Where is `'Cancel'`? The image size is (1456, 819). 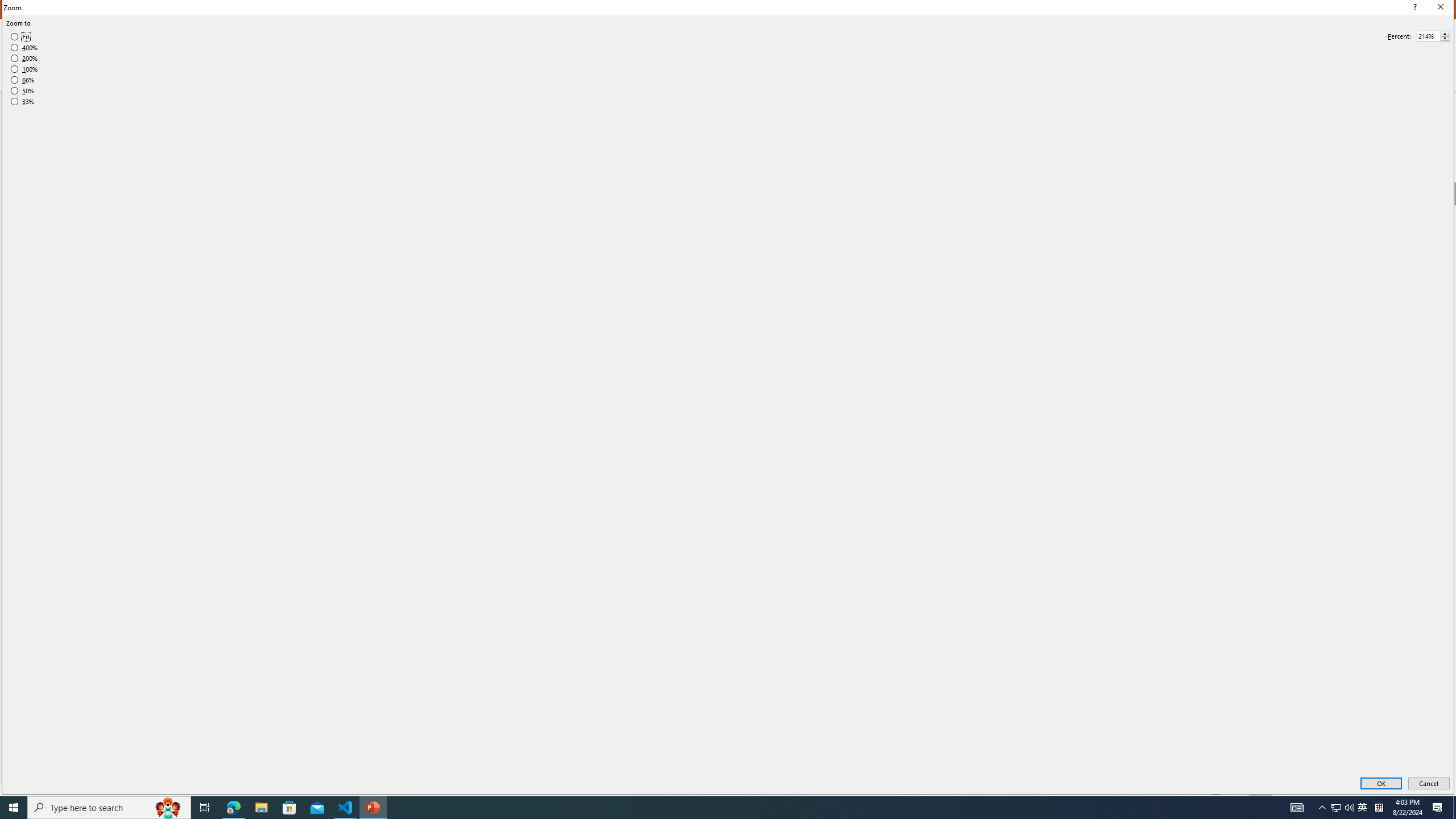 'Cancel' is located at coordinates (1428, 784).